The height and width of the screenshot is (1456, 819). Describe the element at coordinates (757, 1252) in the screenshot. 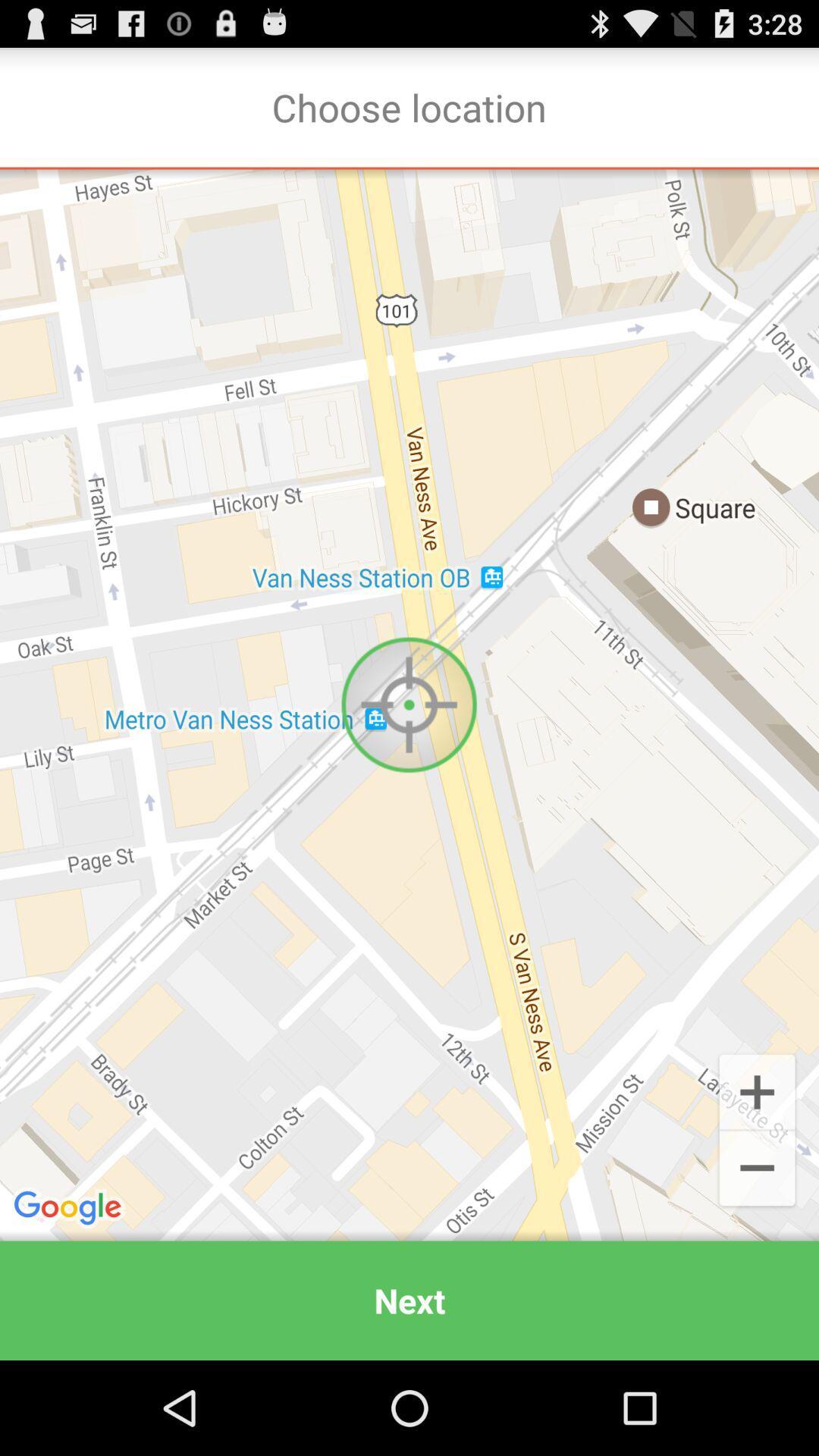

I see `the minus icon` at that location.